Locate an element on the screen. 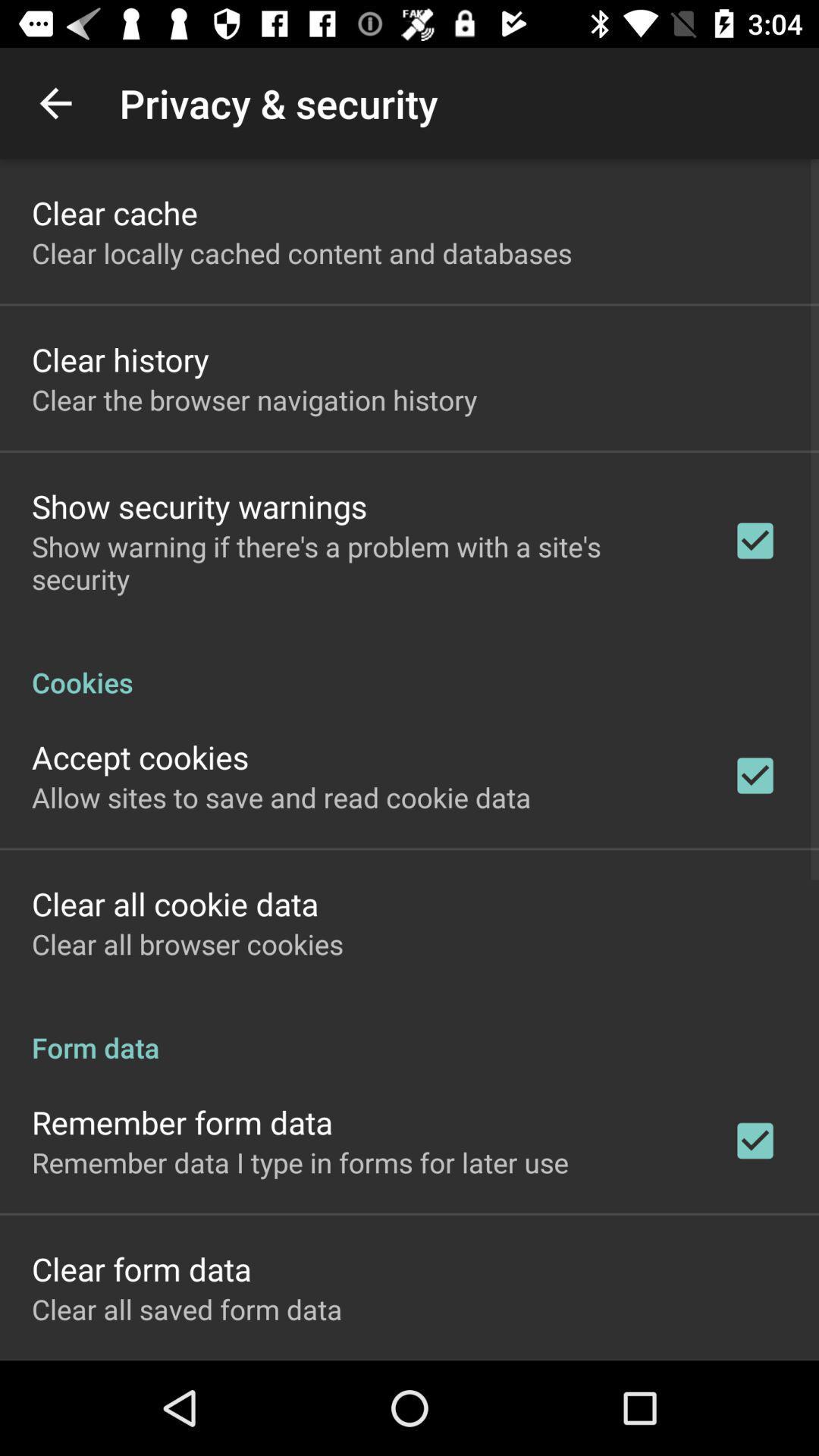 Image resolution: width=819 pixels, height=1456 pixels. item above clear cache icon is located at coordinates (55, 102).